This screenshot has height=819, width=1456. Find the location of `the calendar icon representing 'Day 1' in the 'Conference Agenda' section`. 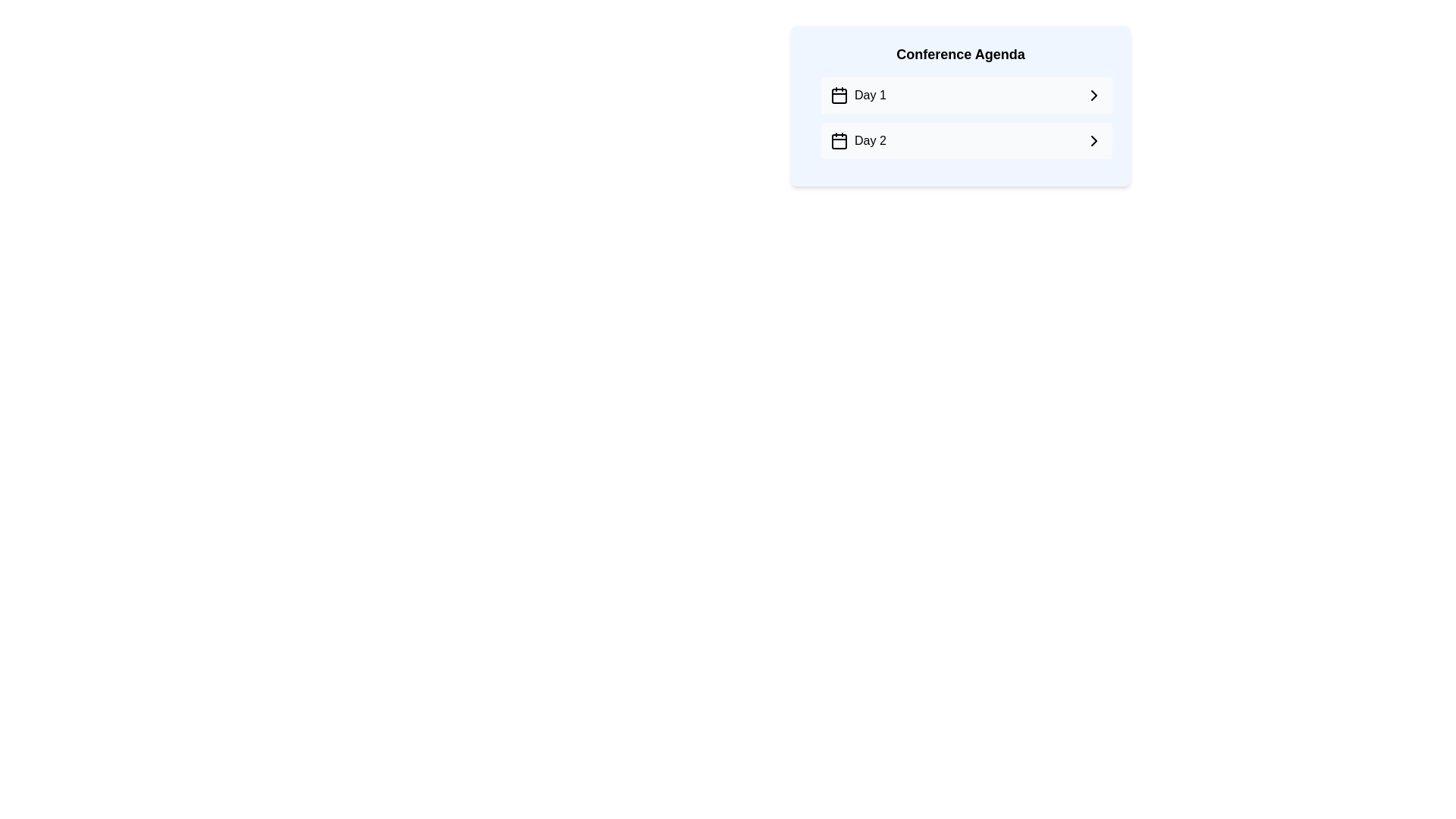

the calendar icon representing 'Day 1' in the 'Conference Agenda' section is located at coordinates (839, 96).